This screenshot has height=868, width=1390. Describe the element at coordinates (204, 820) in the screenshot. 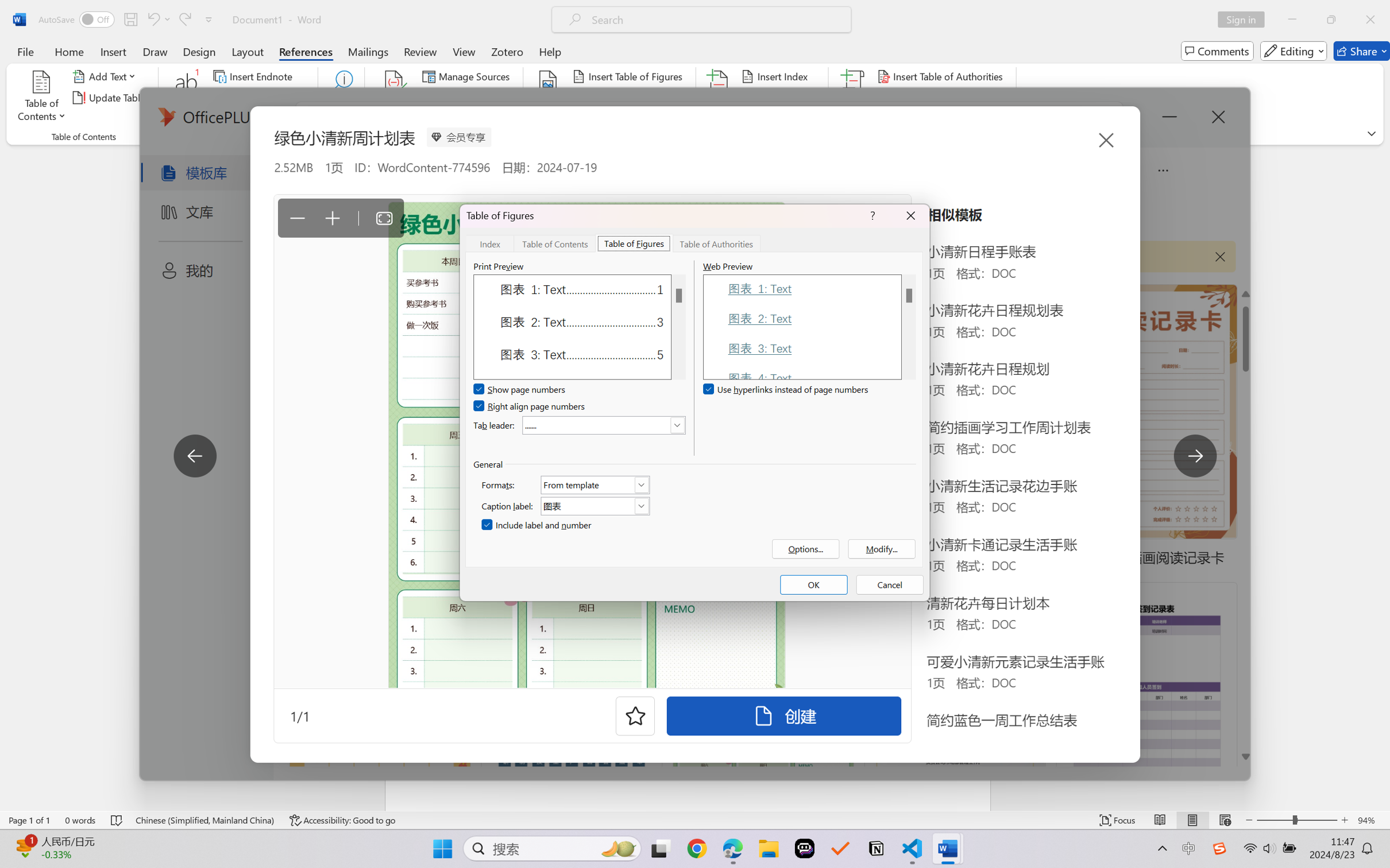

I see `'Language Chinese (Simplified, Mainland China)'` at that location.